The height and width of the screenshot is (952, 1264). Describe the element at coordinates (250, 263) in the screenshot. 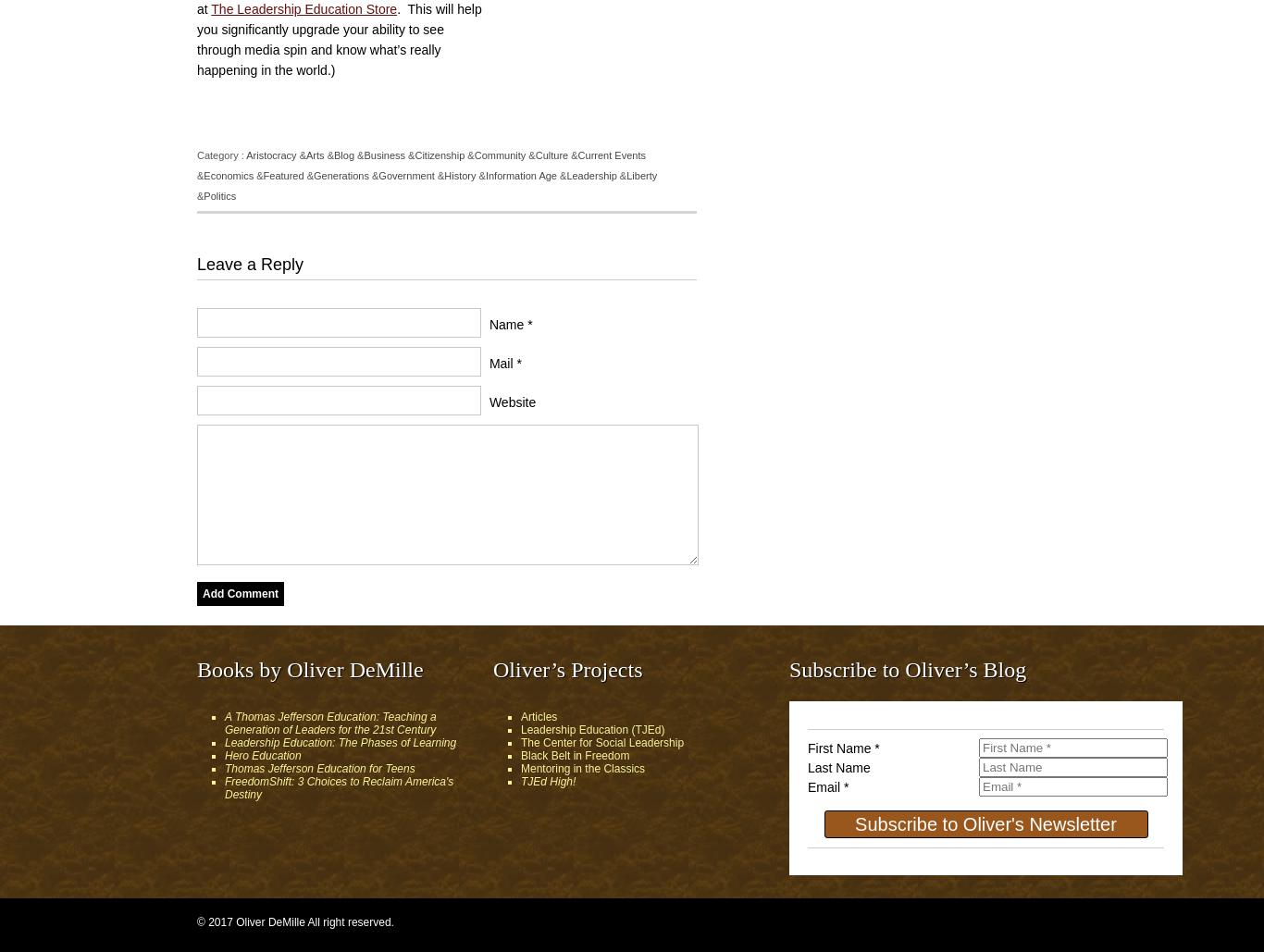

I see `'Leave a Reply'` at that location.